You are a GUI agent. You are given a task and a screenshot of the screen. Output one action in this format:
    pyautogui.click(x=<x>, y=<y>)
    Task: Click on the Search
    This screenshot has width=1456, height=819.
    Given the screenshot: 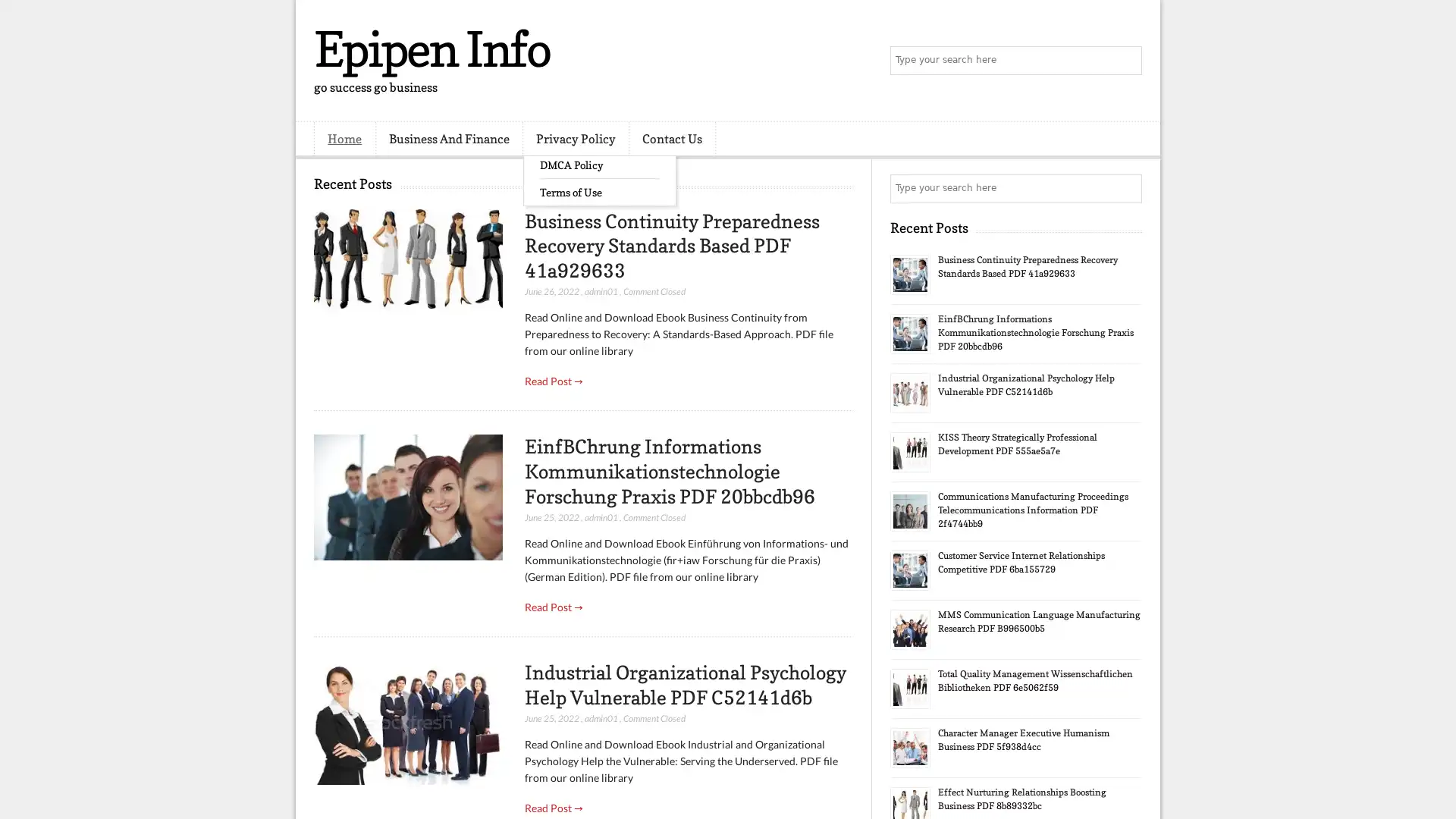 What is the action you would take?
    pyautogui.click(x=1126, y=188)
    